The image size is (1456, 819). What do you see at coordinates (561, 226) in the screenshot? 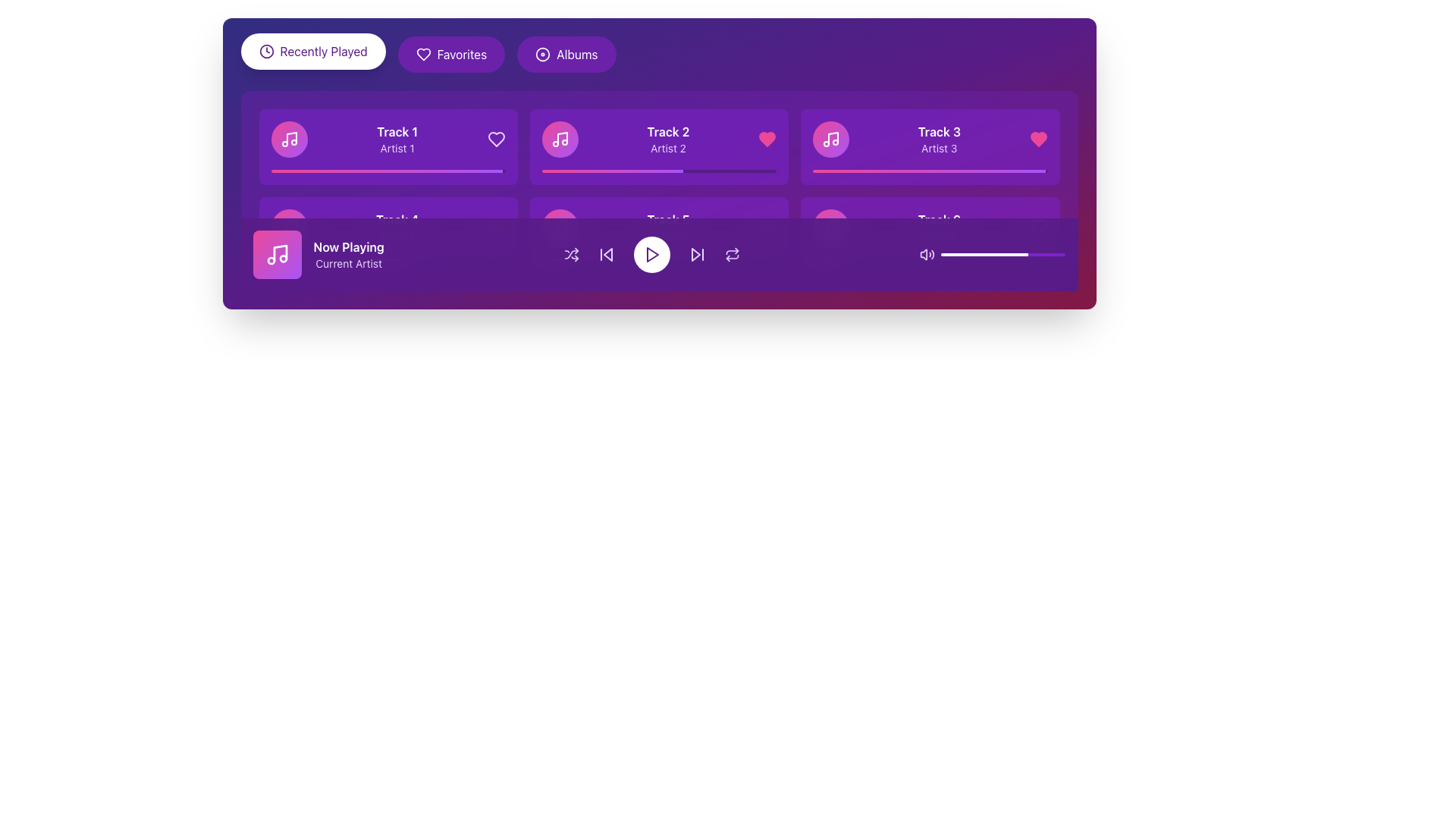
I see `the vector graphic part of the musical note icon, which appears as a vertical line with an upward slant` at bounding box center [561, 226].